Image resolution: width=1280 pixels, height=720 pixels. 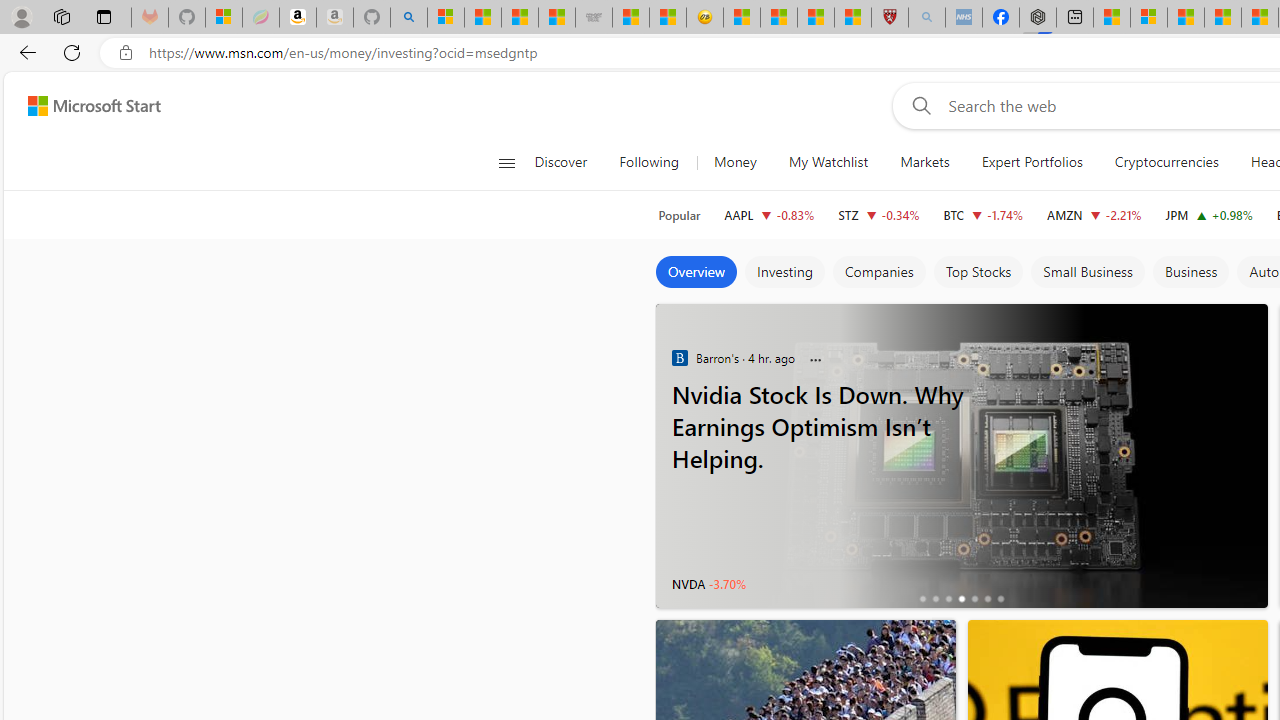 I want to click on 'Web search', so click(x=916, y=105).